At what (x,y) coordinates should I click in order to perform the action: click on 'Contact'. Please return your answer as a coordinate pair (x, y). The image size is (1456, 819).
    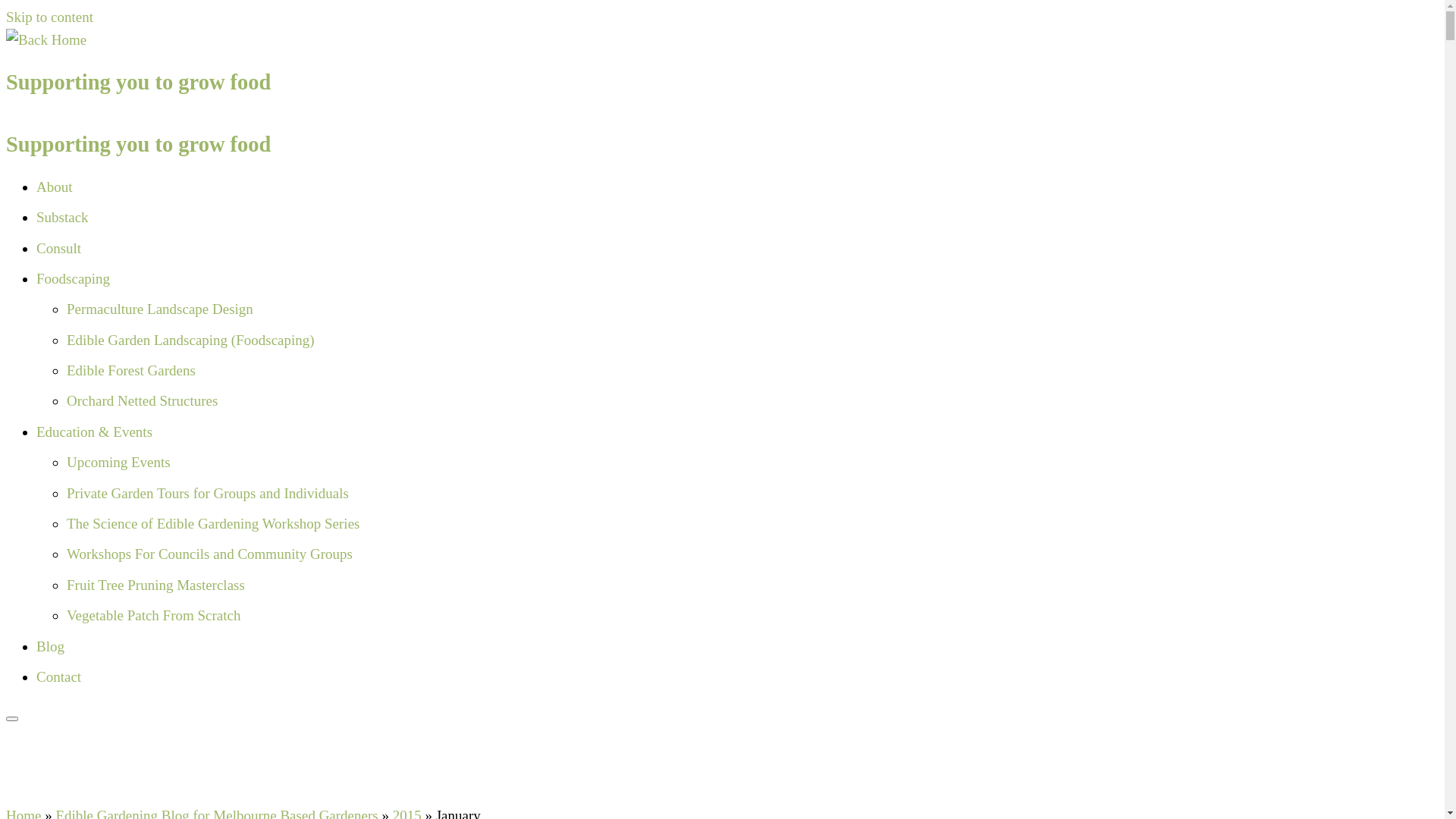
    Looking at the image, I should click on (36, 676).